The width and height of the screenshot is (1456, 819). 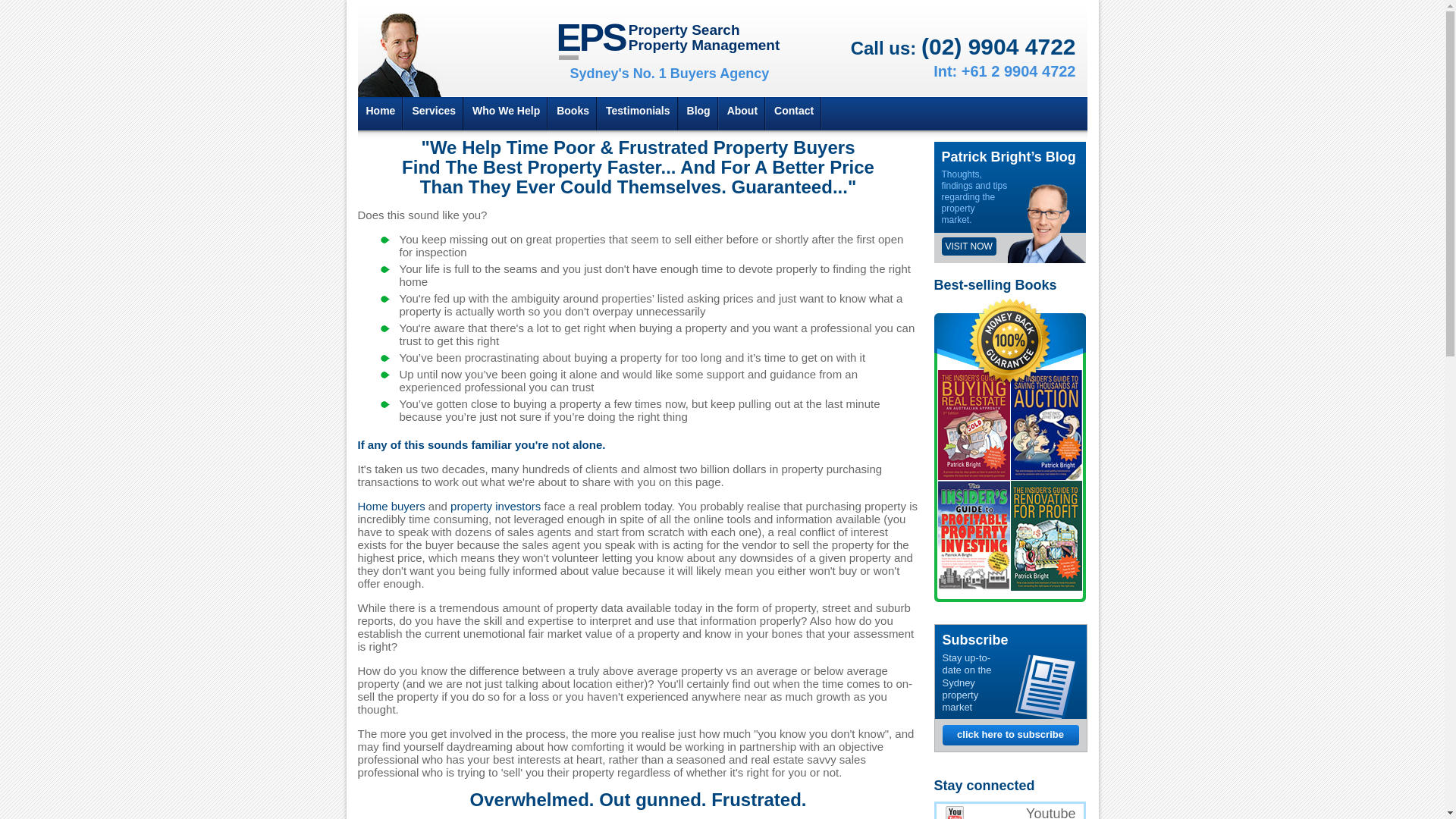 What do you see at coordinates (742, 113) in the screenshot?
I see `'About'` at bounding box center [742, 113].